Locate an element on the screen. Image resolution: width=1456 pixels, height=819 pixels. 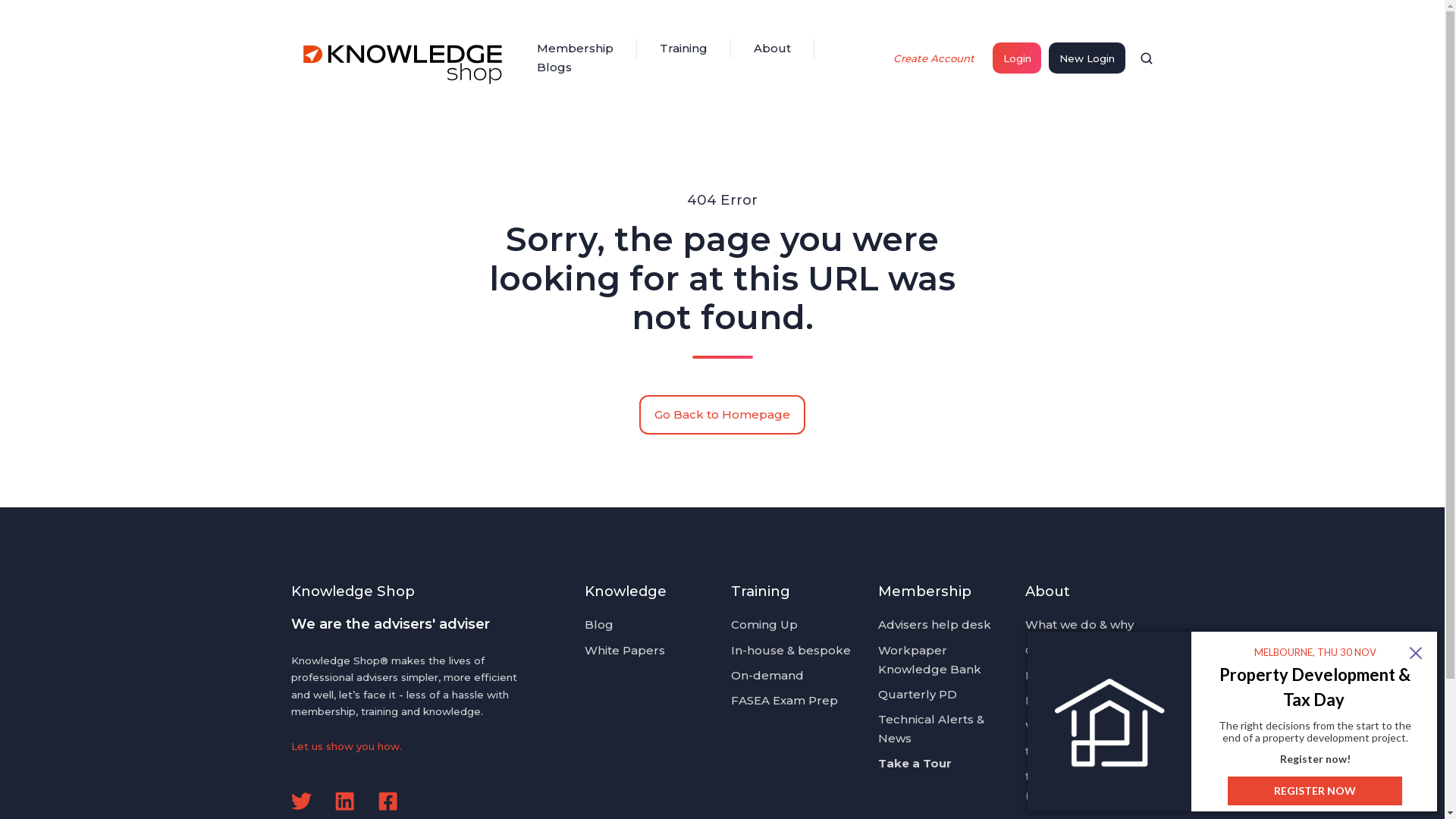
'Knowledge' is located at coordinates (626, 590).